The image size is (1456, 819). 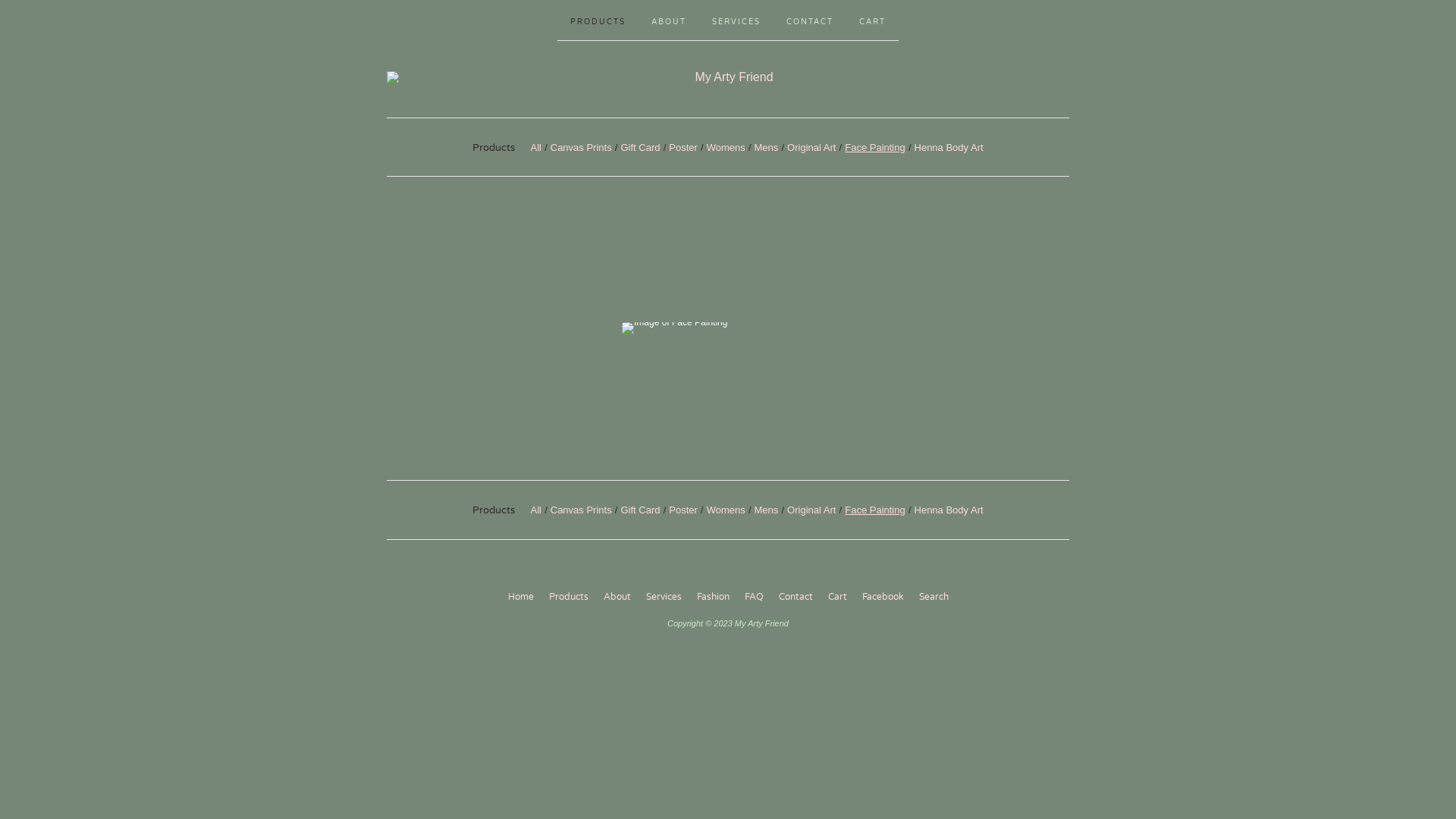 I want to click on 'Cart', so click(x=836, y=596).